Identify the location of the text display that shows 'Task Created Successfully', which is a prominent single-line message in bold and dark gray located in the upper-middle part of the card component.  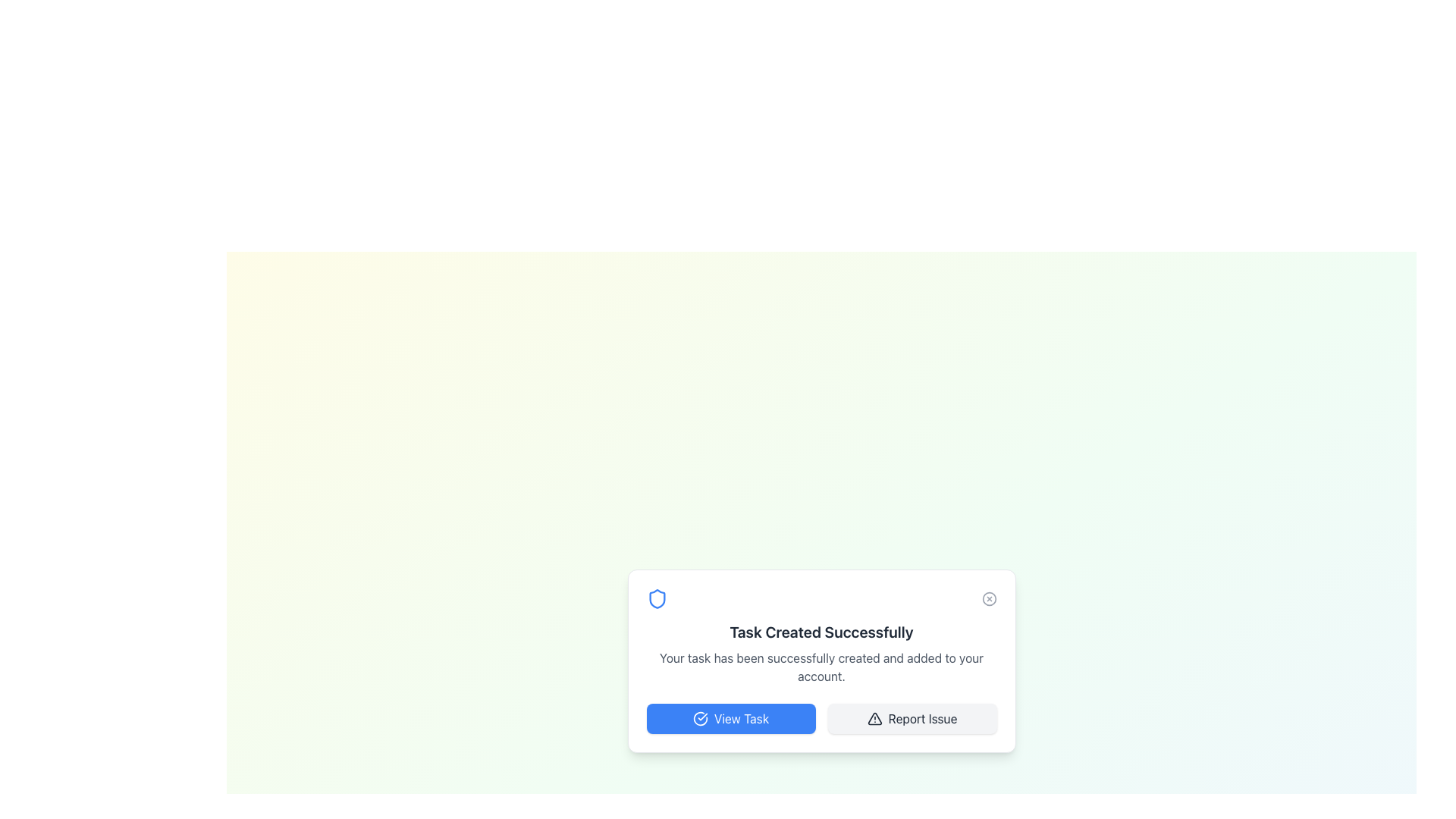
(821, 632).